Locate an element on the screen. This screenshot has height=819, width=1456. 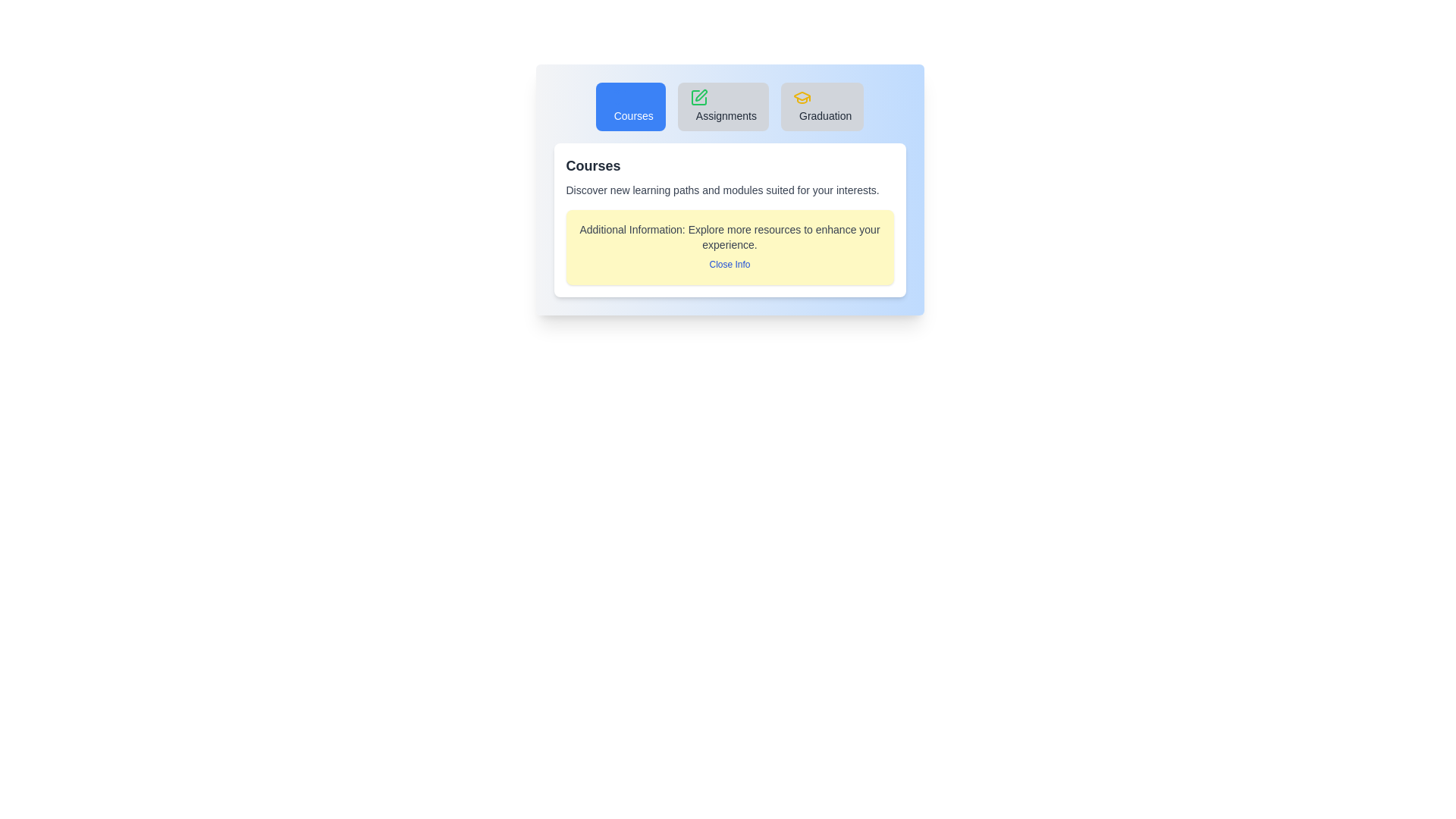
the Assignments tab by clicking its button is located at coordinates (722, 106).